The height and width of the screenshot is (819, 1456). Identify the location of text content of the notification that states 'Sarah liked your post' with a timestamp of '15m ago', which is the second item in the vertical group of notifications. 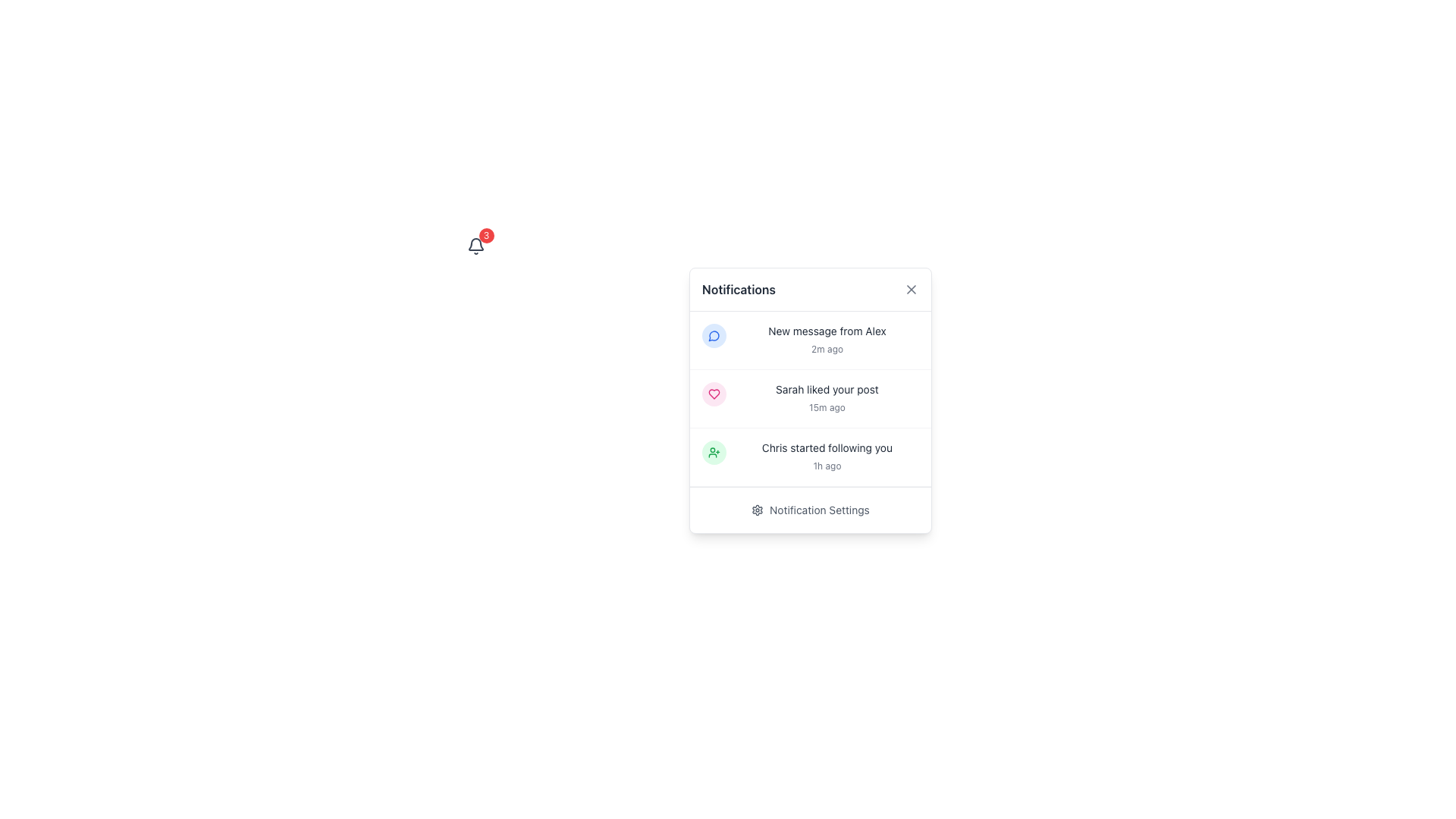
(826, 397).